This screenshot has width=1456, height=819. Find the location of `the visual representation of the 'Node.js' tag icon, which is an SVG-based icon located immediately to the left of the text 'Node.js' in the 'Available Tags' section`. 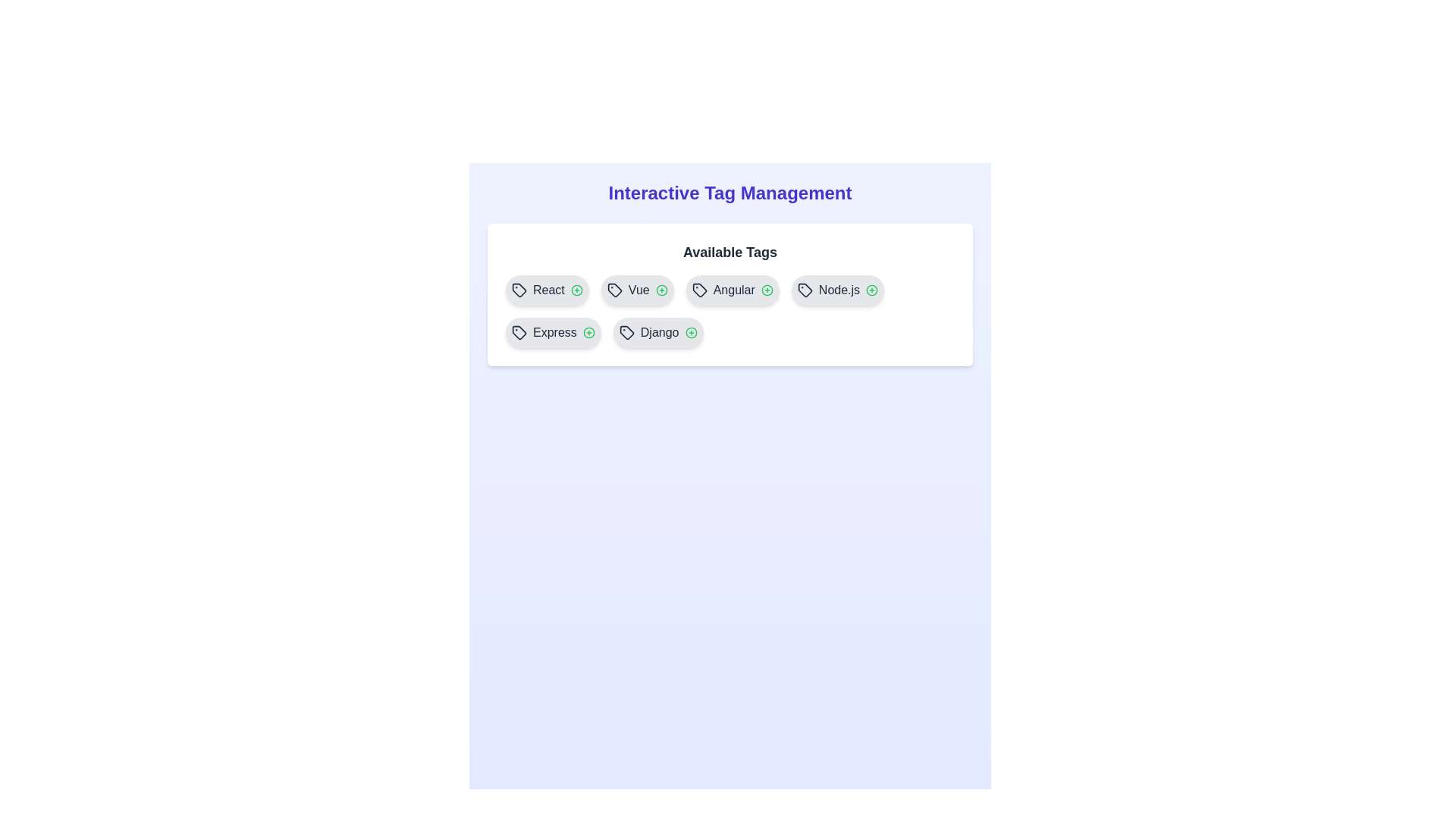

the visual representation of the 'Node.js' tag icon, which is an SVG-based icon located immediately to the left of the text 'Node.js' in the 'Available Tags' section is located at coordinates (804, 290).